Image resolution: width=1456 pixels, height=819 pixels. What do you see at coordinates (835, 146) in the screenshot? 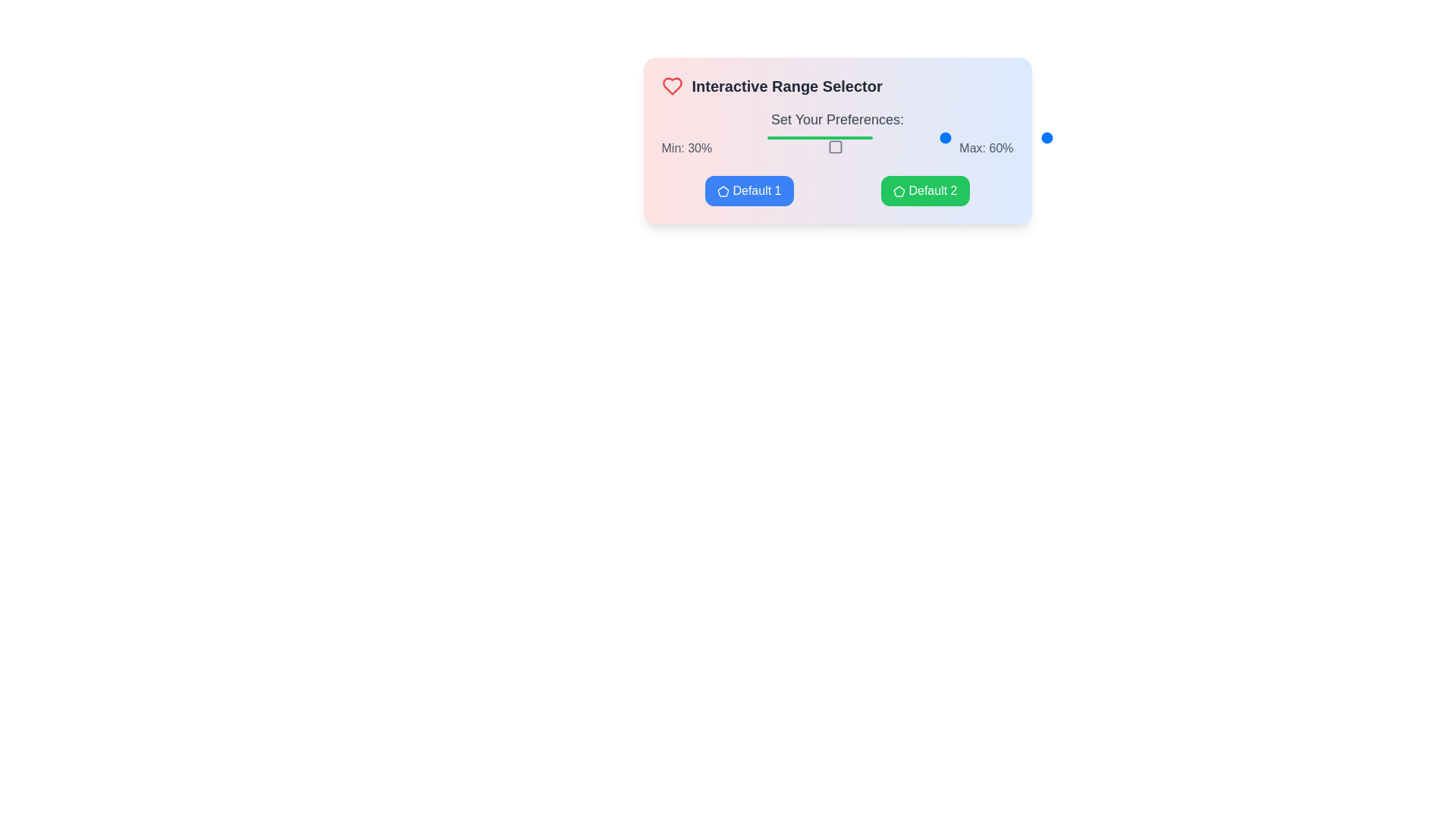
I see `the inactive icon located centrally beneath the slider bar within the range selection panel, positioned between the 'Min: 30%' and 'Max: 60%' labels` at bounding box center [835, 146].